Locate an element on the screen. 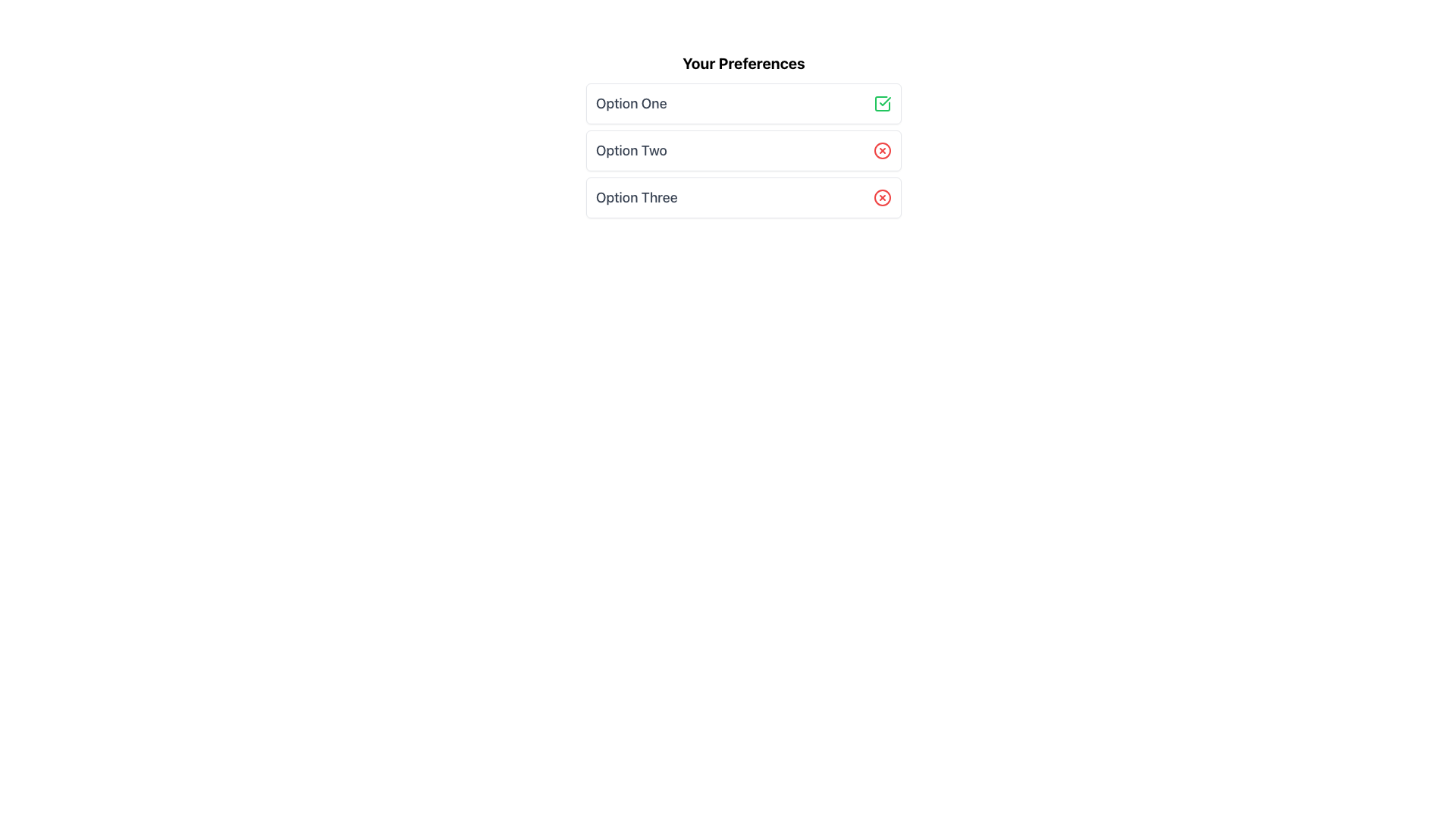  the static text label displaying 'Option One', which is positioned at the top of the list under 'Your Preferences' is located at coordinates (631, 103).